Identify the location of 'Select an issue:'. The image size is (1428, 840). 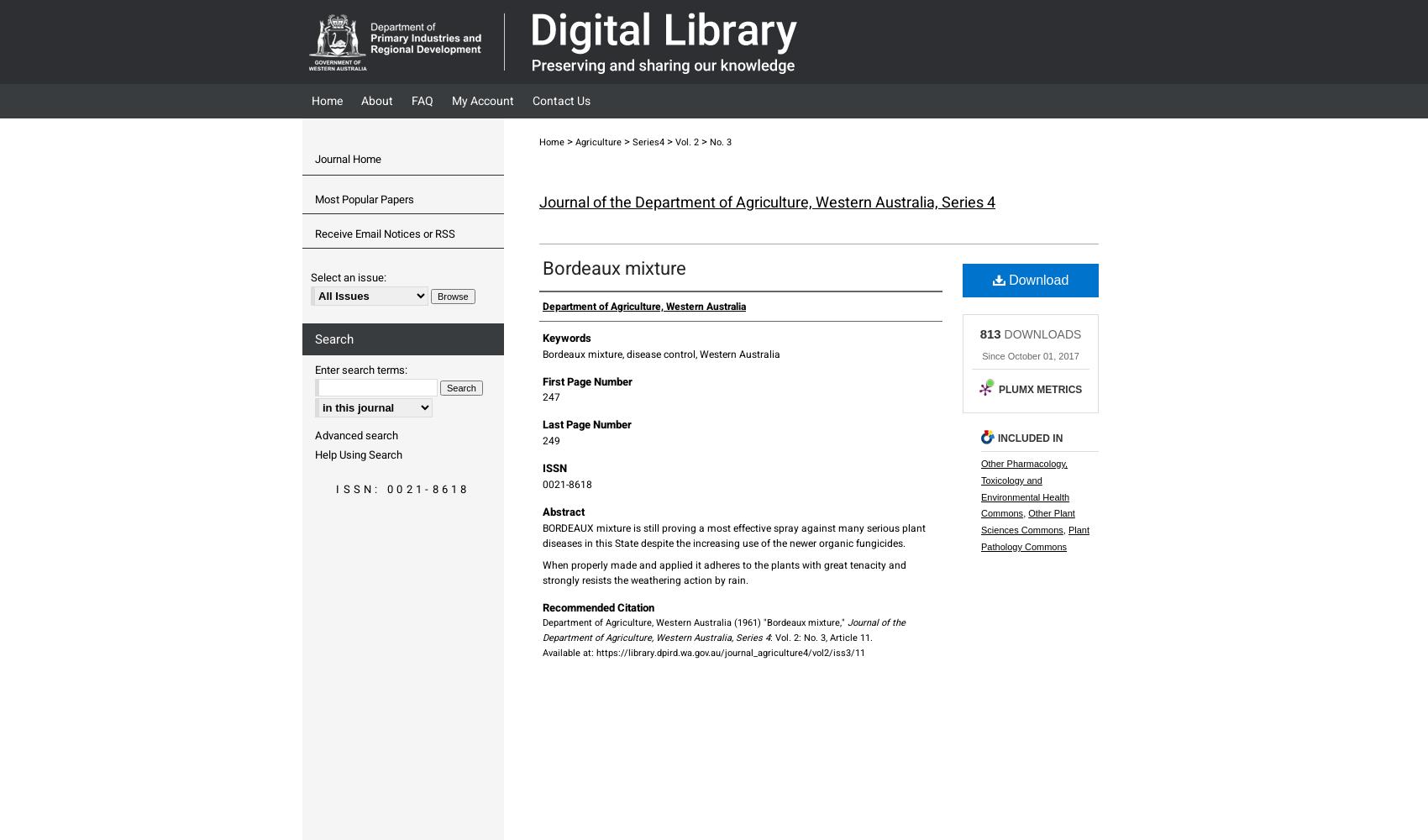
(309, 276).